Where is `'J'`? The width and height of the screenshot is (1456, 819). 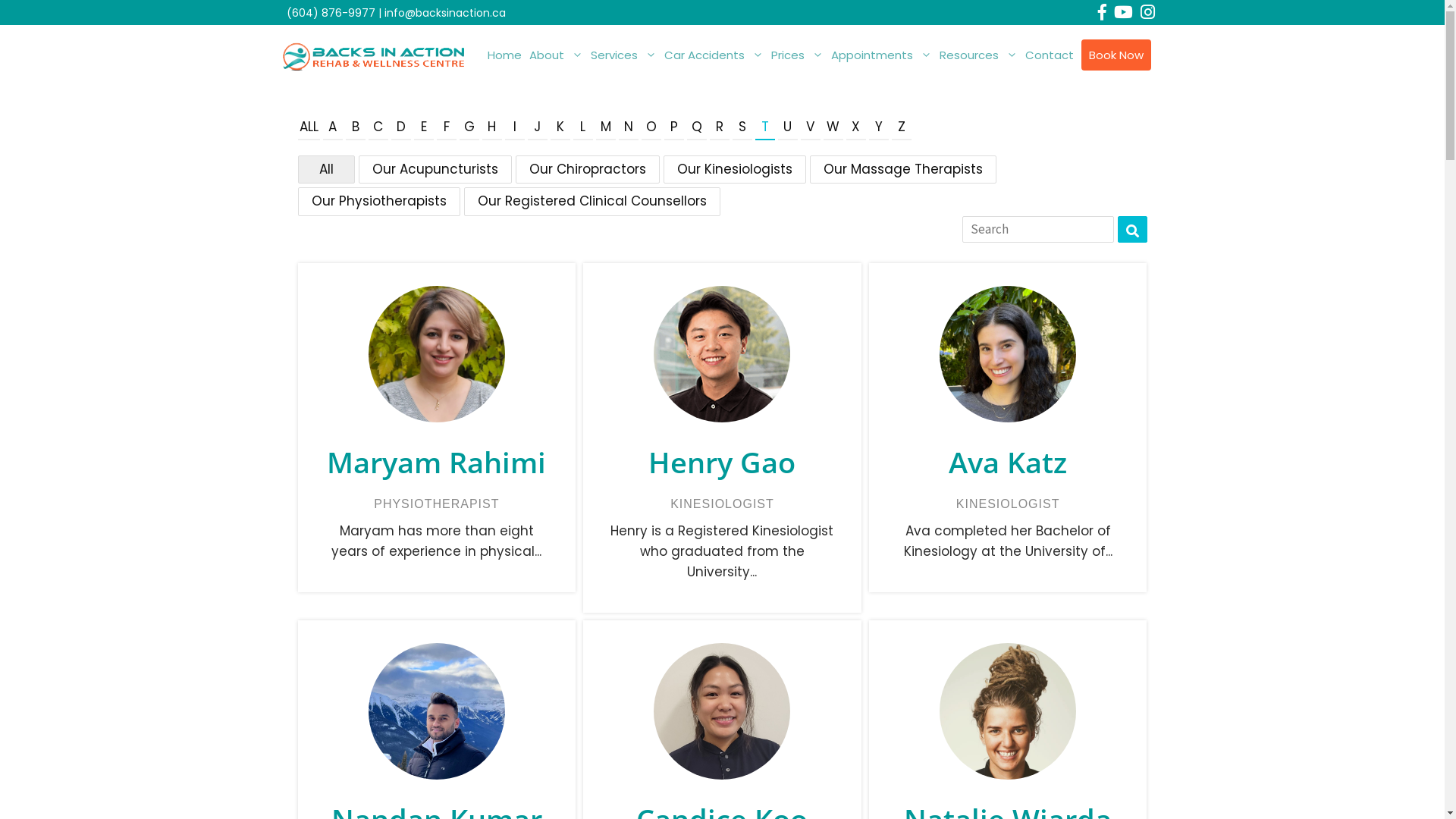 'J' is located at coordinates (538, 127).